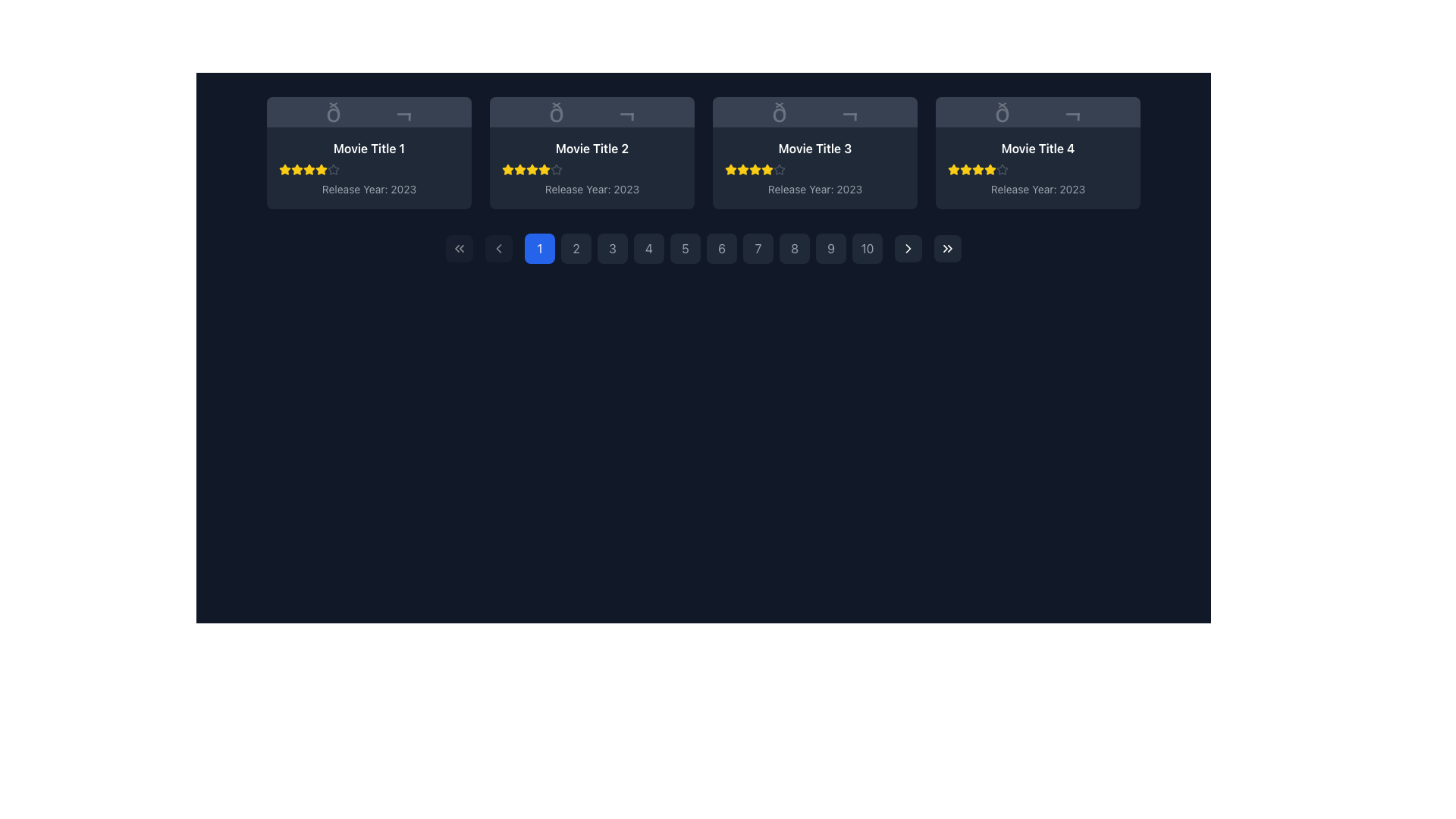  What do you see at coordinates (908, 247) in the screenshot?
I see `the rectangular button with rounded corners that has a dark gray background and a white arrow pointing to the right, located towards the rightmost side of the navigation bar` at bounding box center [908, 247].